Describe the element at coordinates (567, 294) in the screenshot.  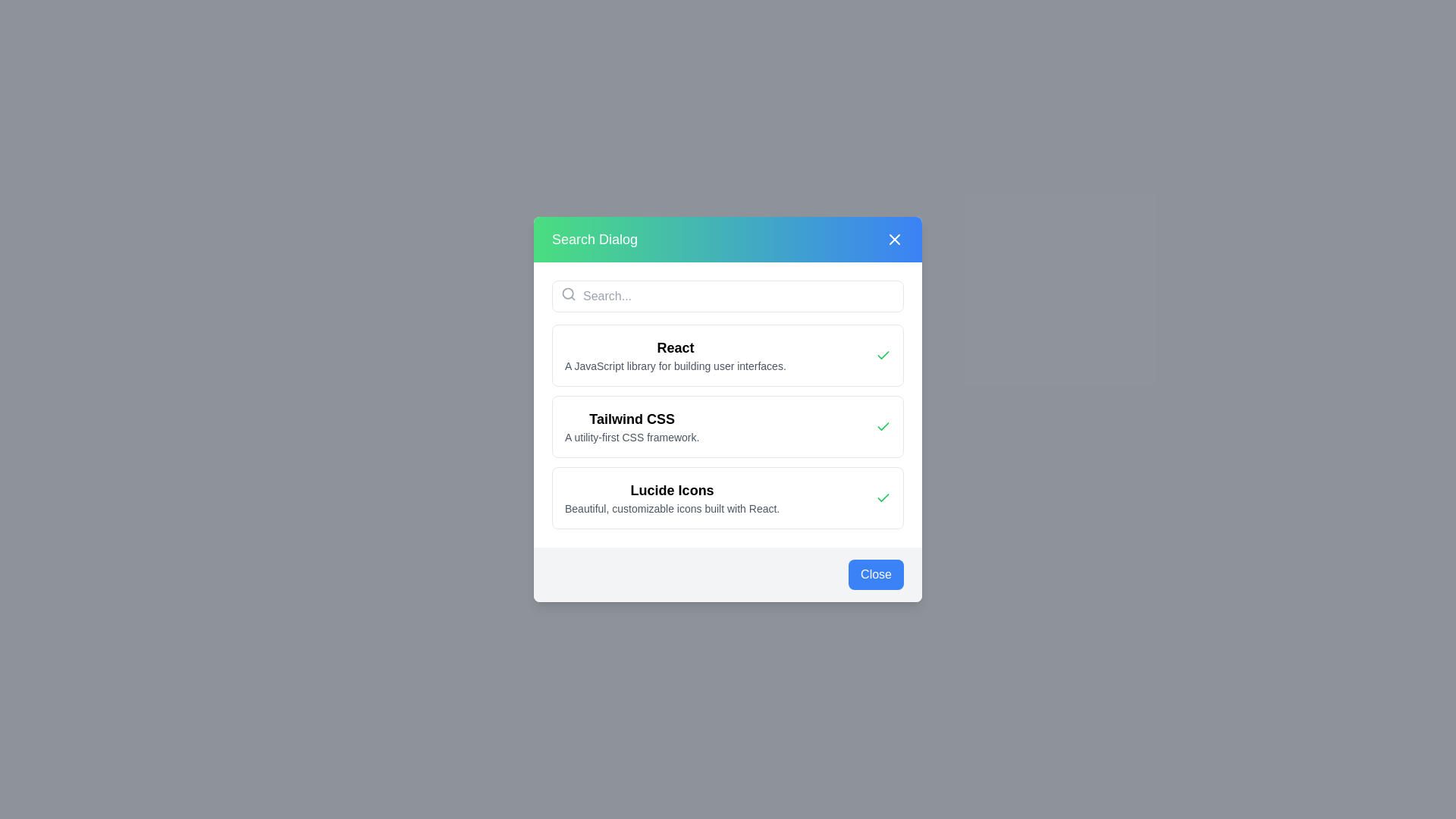
I see `the search icon, which is a gray magnifying glass located at the top left corner of the search bar adjacent to the placeholder text 'Search...'` at that location.